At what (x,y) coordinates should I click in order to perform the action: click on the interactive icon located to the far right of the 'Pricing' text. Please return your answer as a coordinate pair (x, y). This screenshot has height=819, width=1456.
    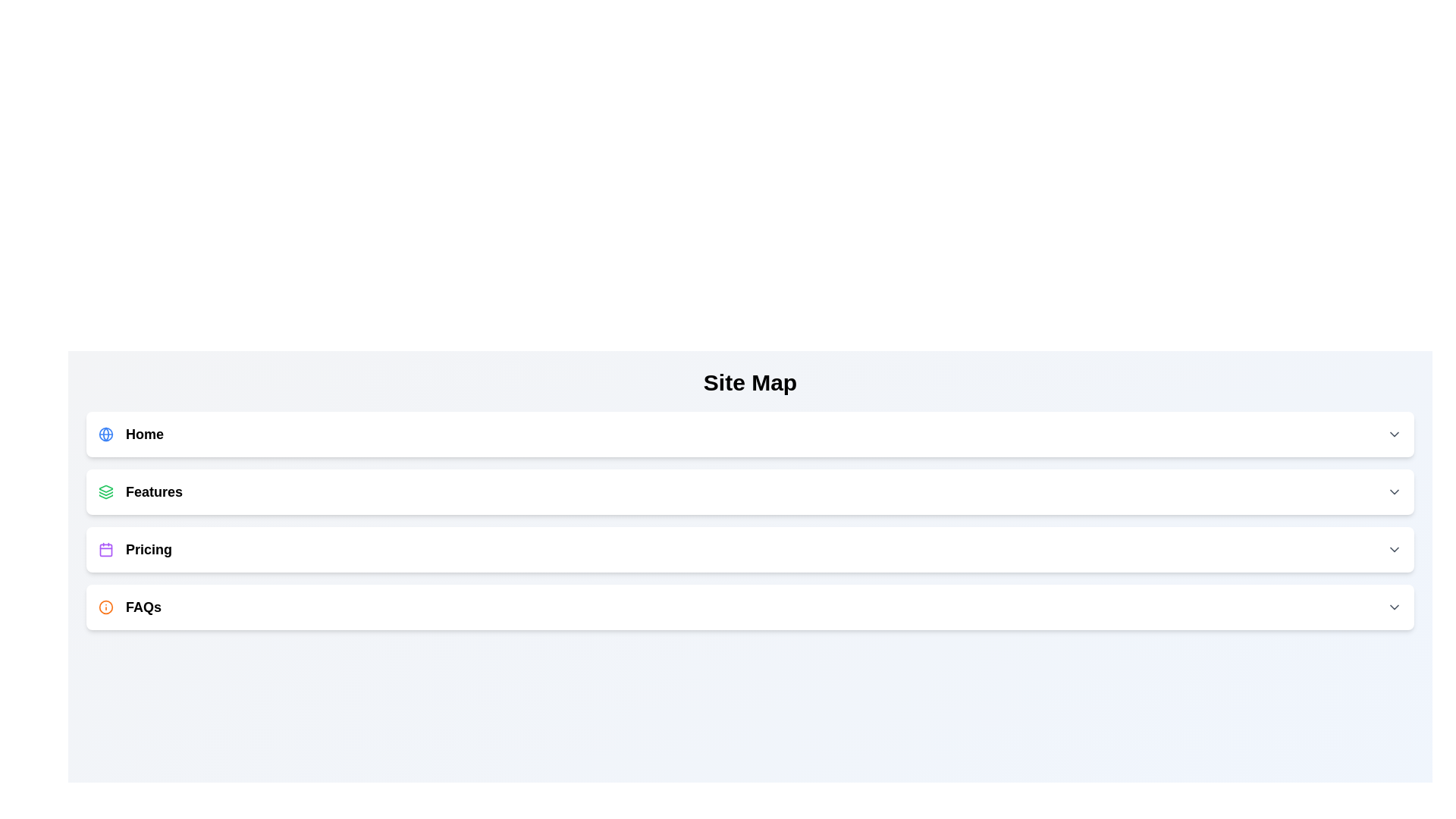
    Looking at the image, I should click on (1394, 550).